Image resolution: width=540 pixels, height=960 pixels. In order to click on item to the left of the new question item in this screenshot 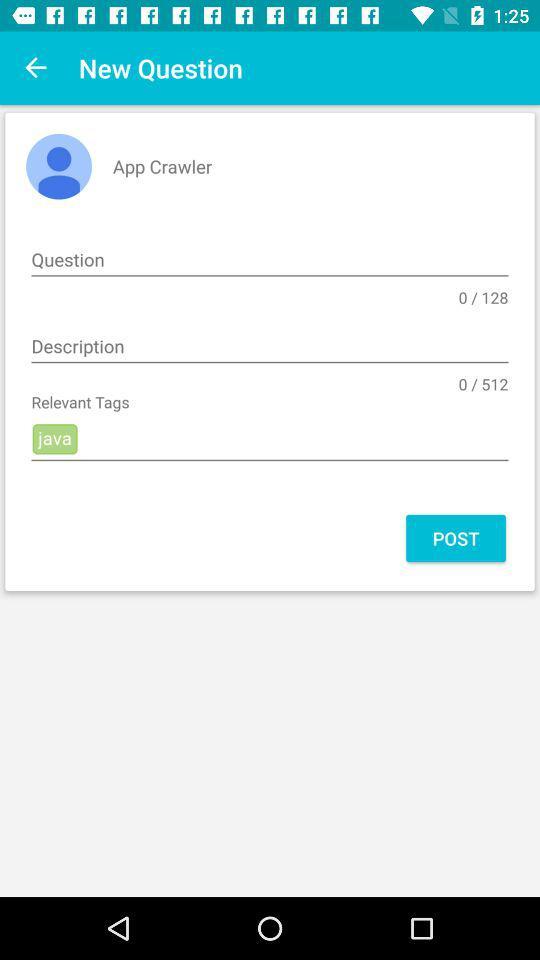, I will do `click(36, 68)`.